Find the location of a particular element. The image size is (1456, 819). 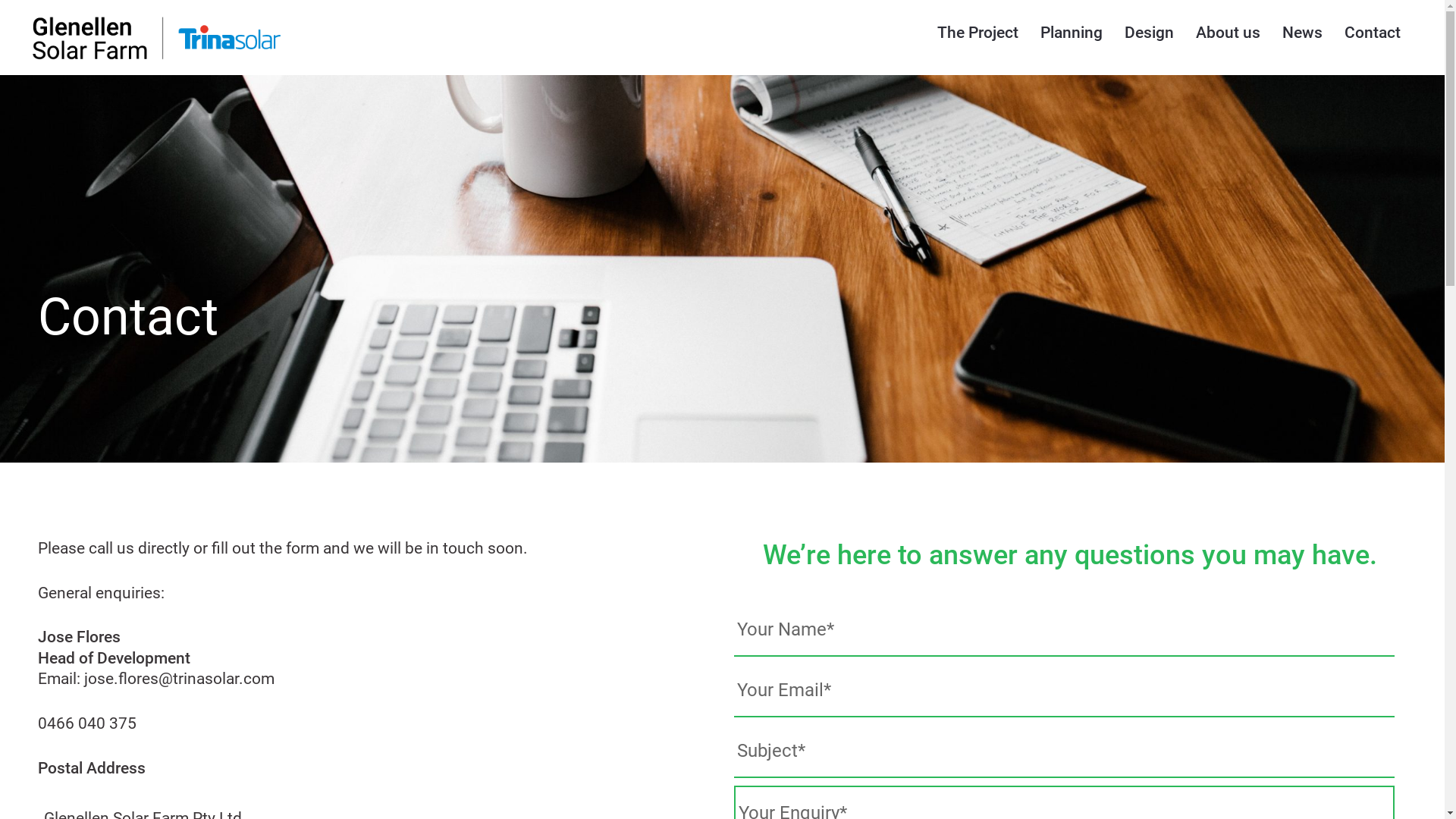

'Design' is located at coordinates (1149, 32).